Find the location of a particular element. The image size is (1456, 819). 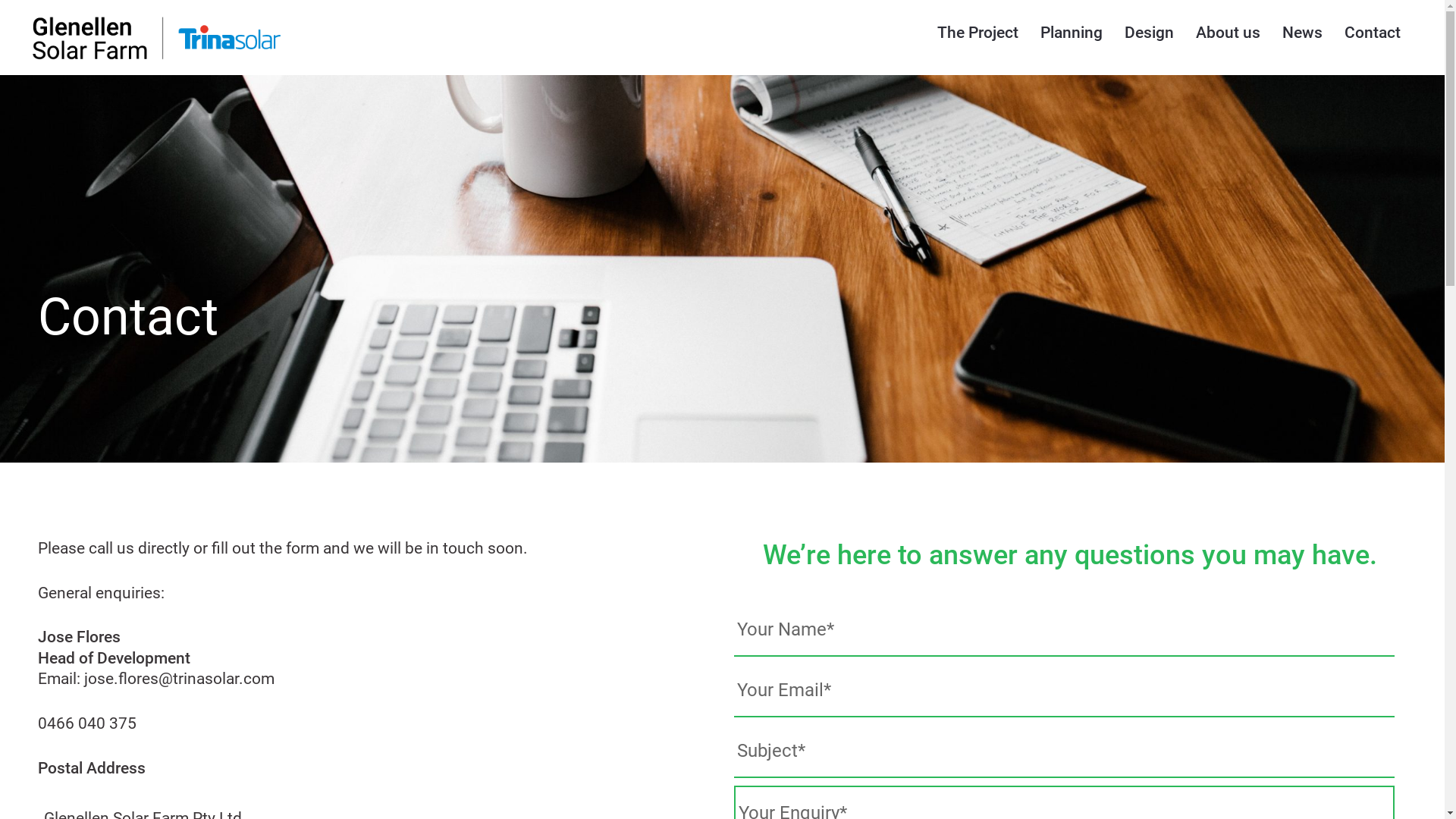

'Design' is located at coordinates (1149, 32).